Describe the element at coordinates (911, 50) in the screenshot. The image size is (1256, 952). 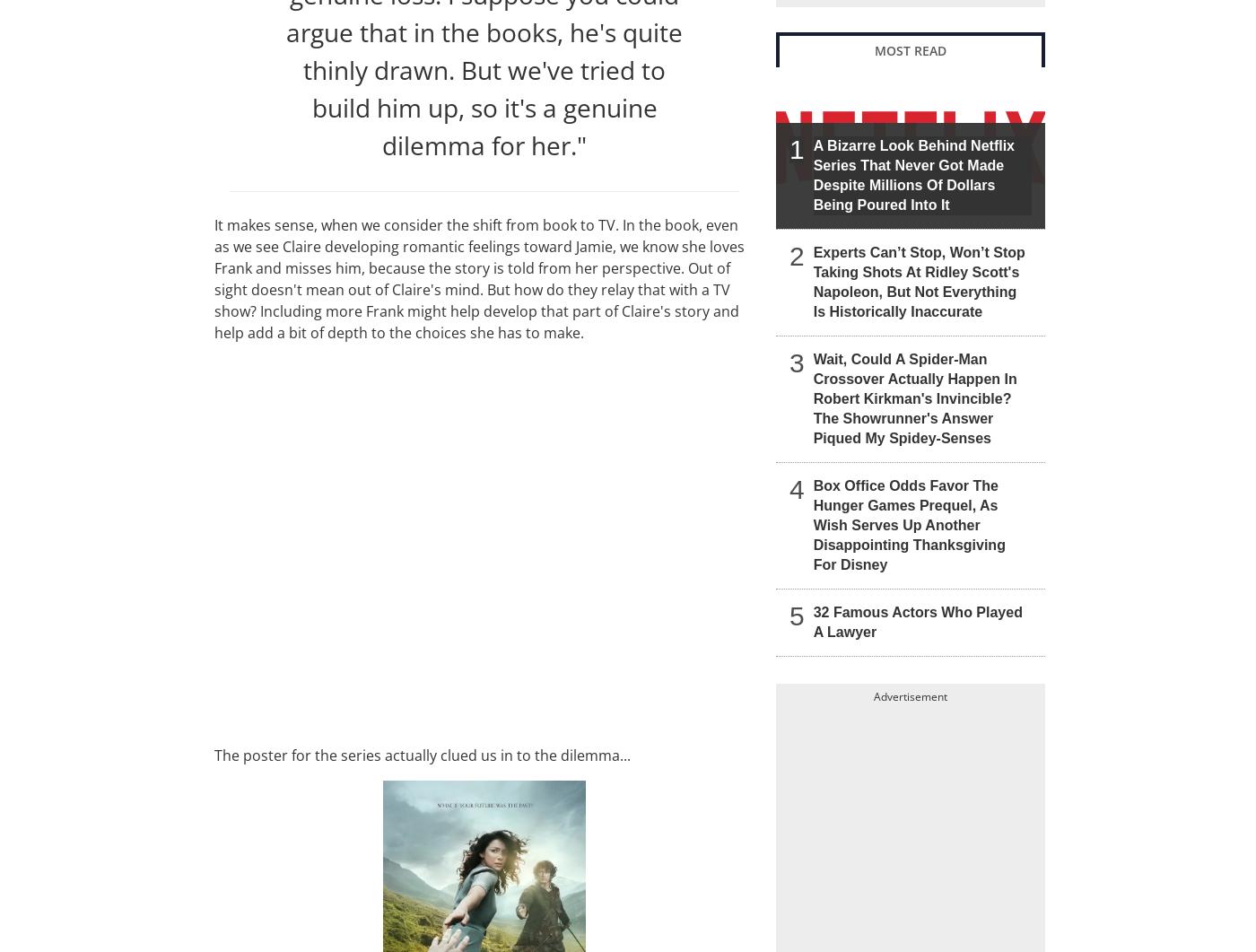
I see `'MOST READ'` at that location.